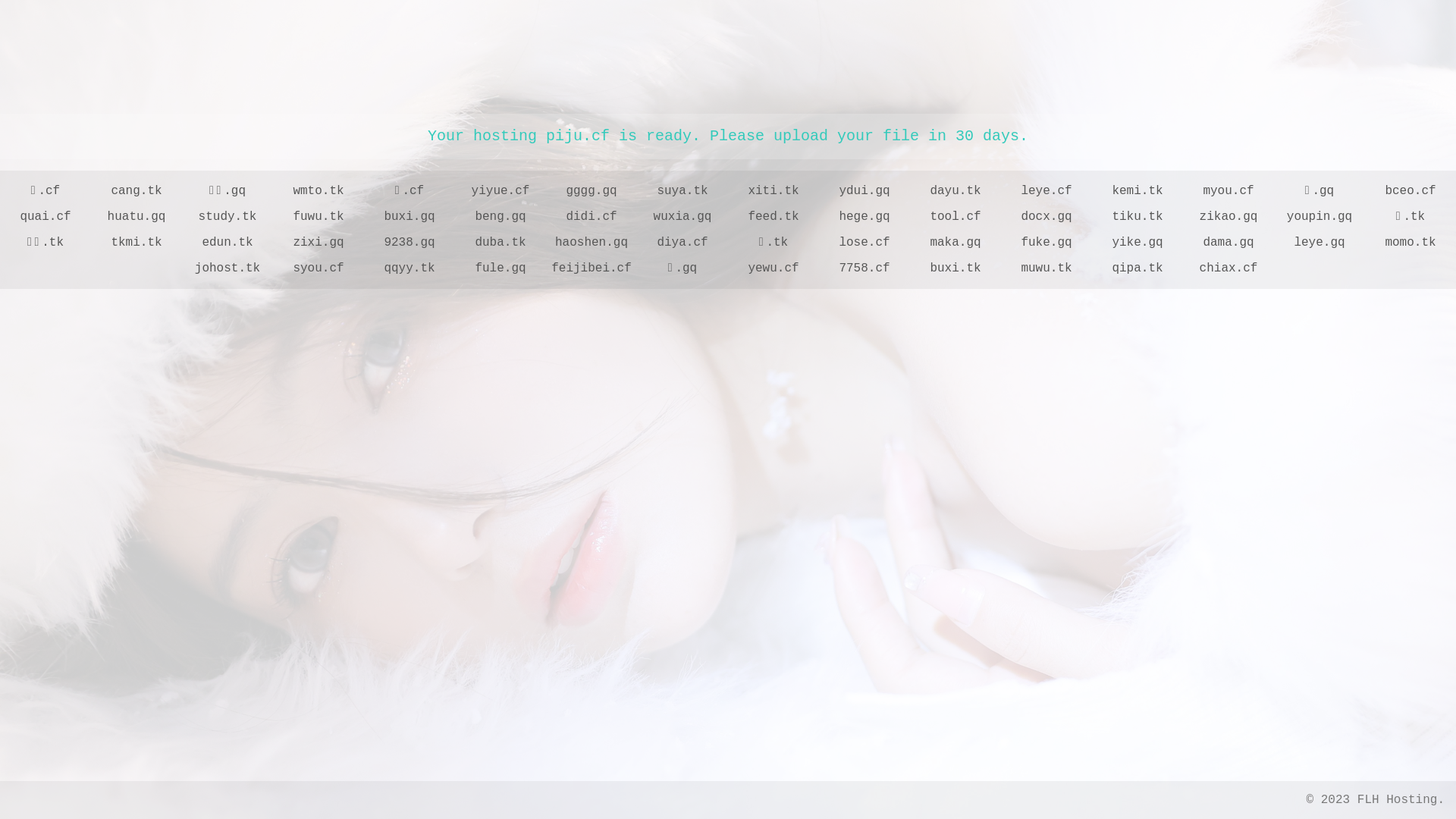 This screenshot has width=1456, height=819. Describe the element at coordinates (1046, 190) in the screenshot. I see `'leye.cf'` at that location.